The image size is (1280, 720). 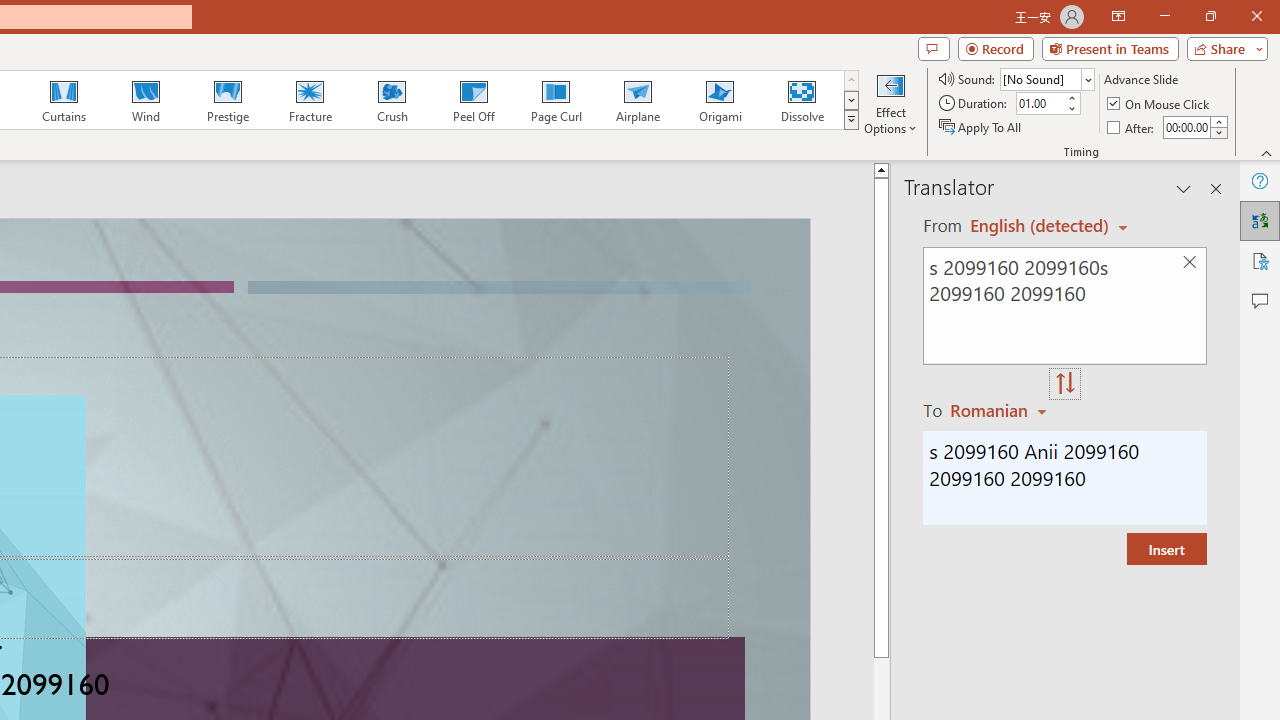 What do you see at coordinates (802, 100) in the screenshot?
I see `'Dissolve'` at bounding box center [802, 100].